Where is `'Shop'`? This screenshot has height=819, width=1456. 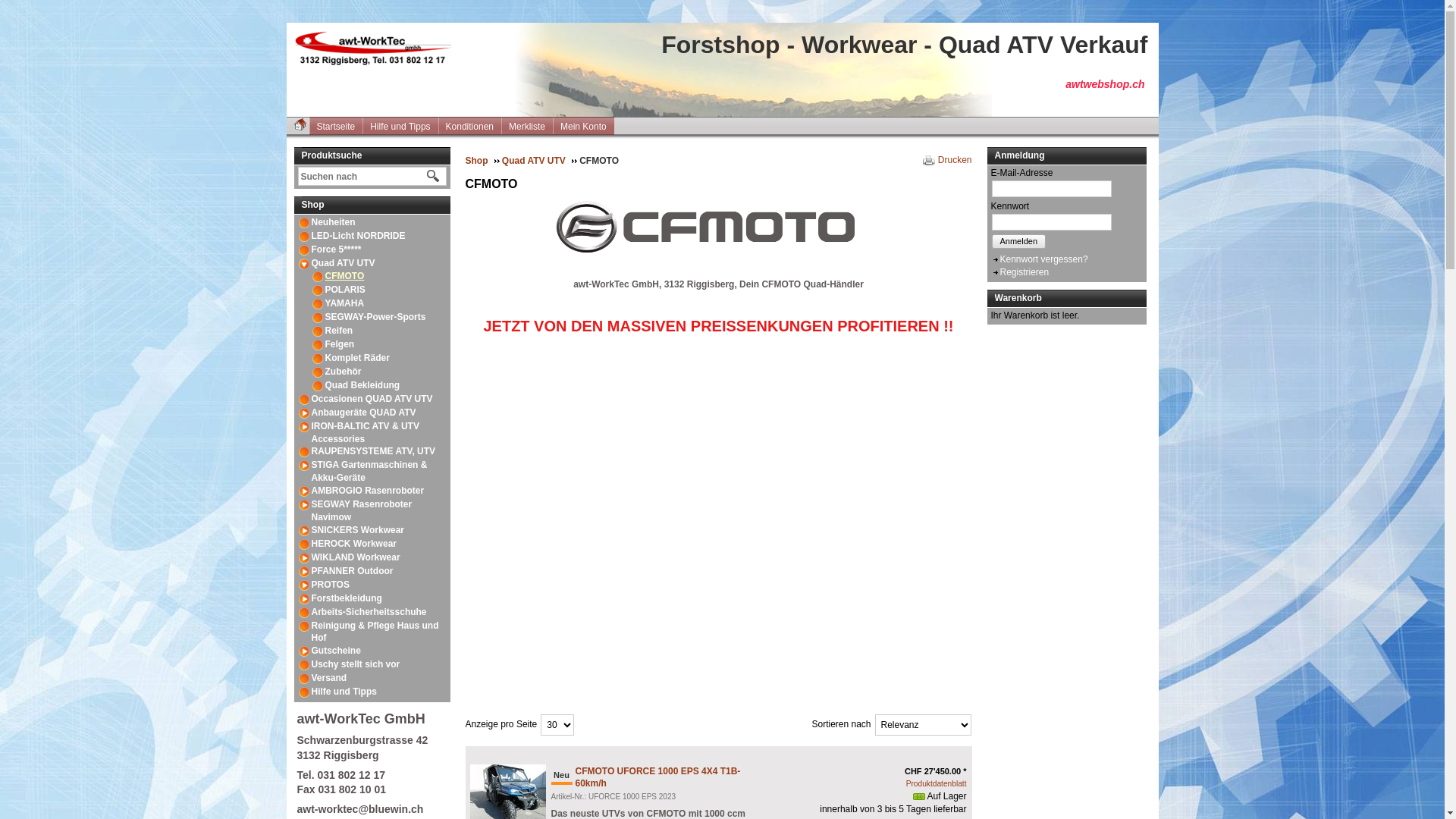 'Shop' is located at coordinates (372, 205).